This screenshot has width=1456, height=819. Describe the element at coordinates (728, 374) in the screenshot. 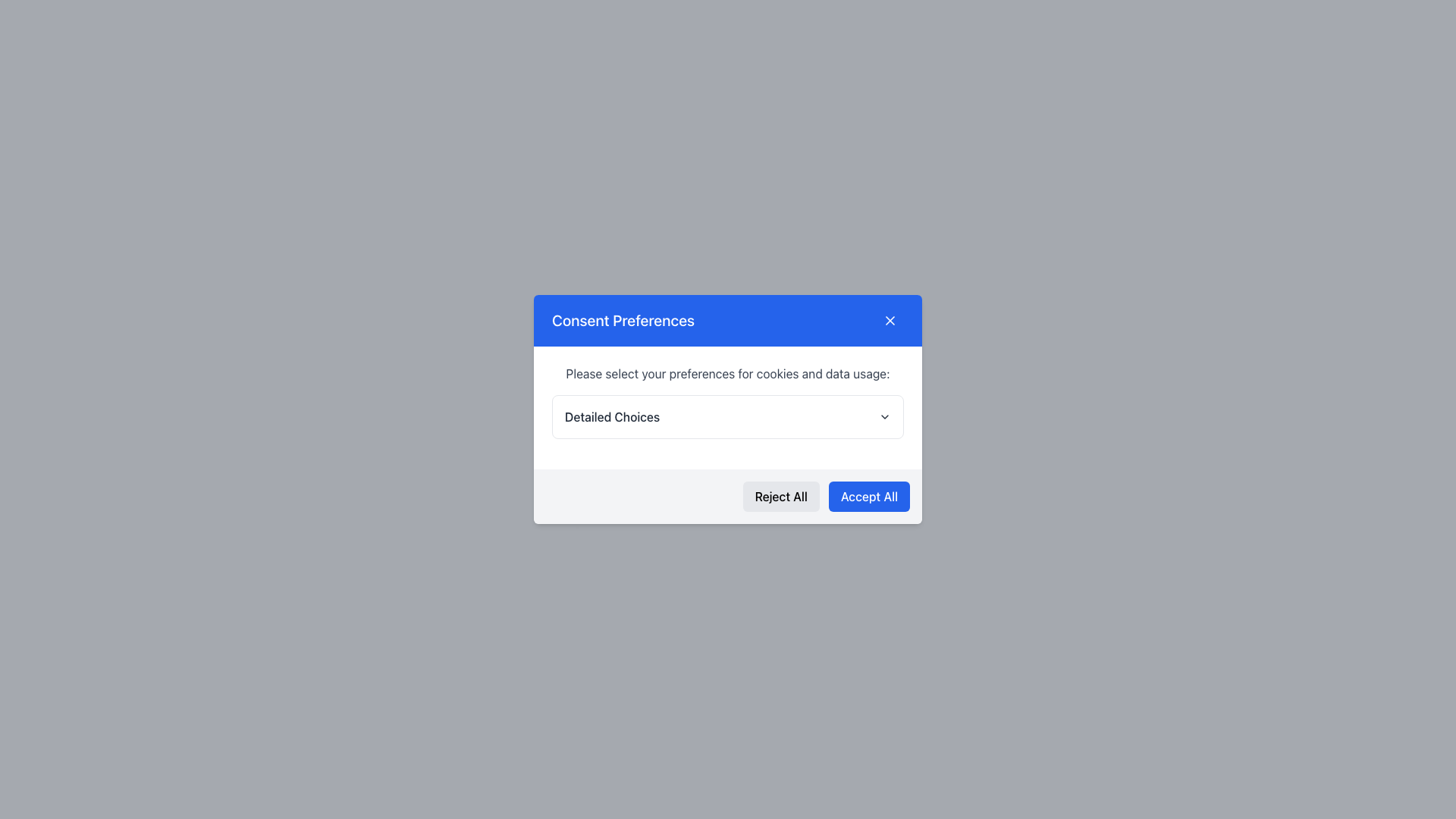

I see `the Informational Text element that reads 'Please select your preferences for cookies and data usage:', positioned at the top section of the modal dialog box above the 'Detailed Choices' dropdown` at that location.